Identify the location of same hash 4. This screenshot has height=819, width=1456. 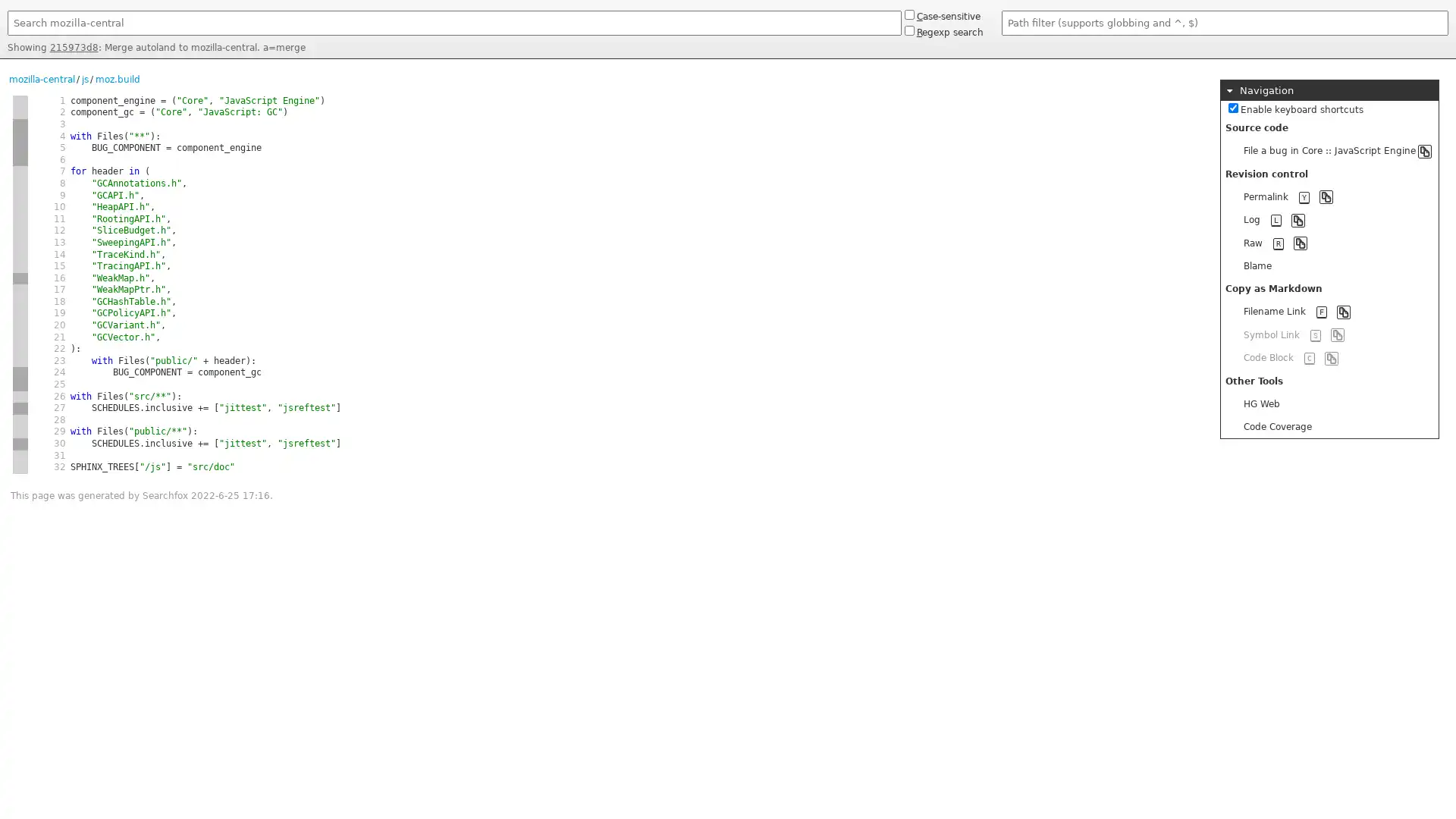
(20, 432).